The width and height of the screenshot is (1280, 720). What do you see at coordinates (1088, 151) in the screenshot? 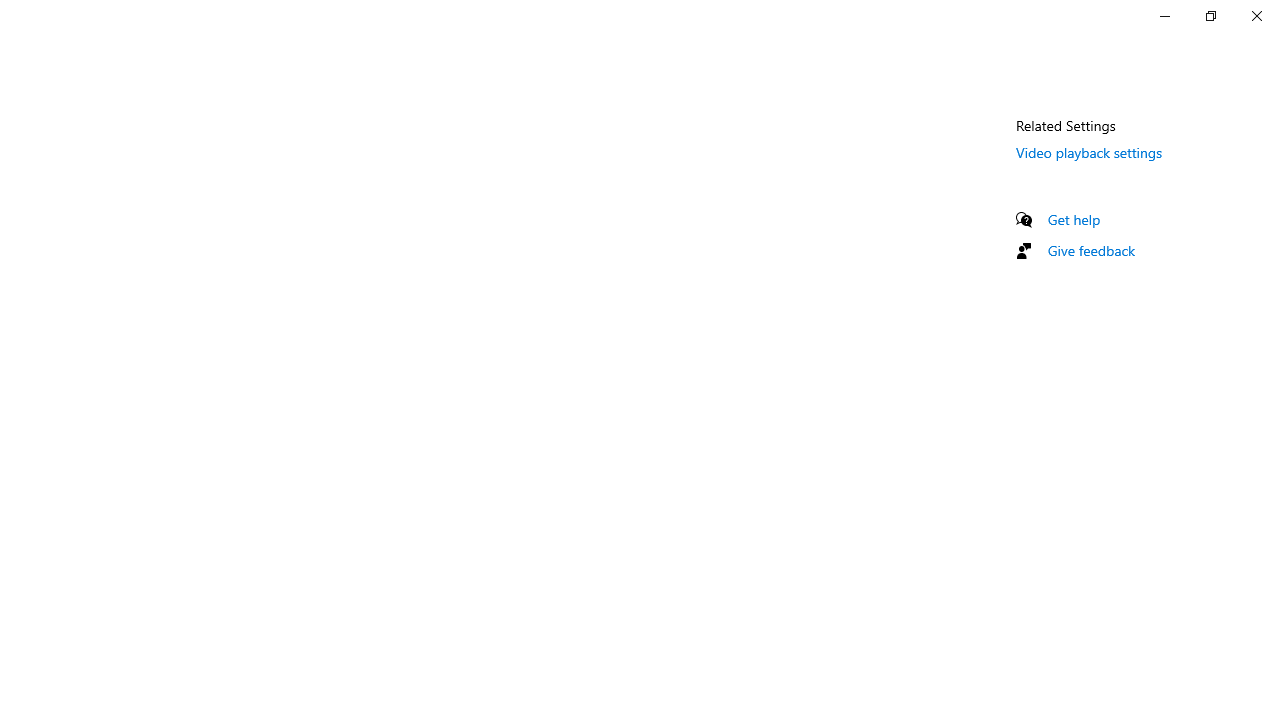
I see `'Video playback settings'` at bounding box center [1088, 151].